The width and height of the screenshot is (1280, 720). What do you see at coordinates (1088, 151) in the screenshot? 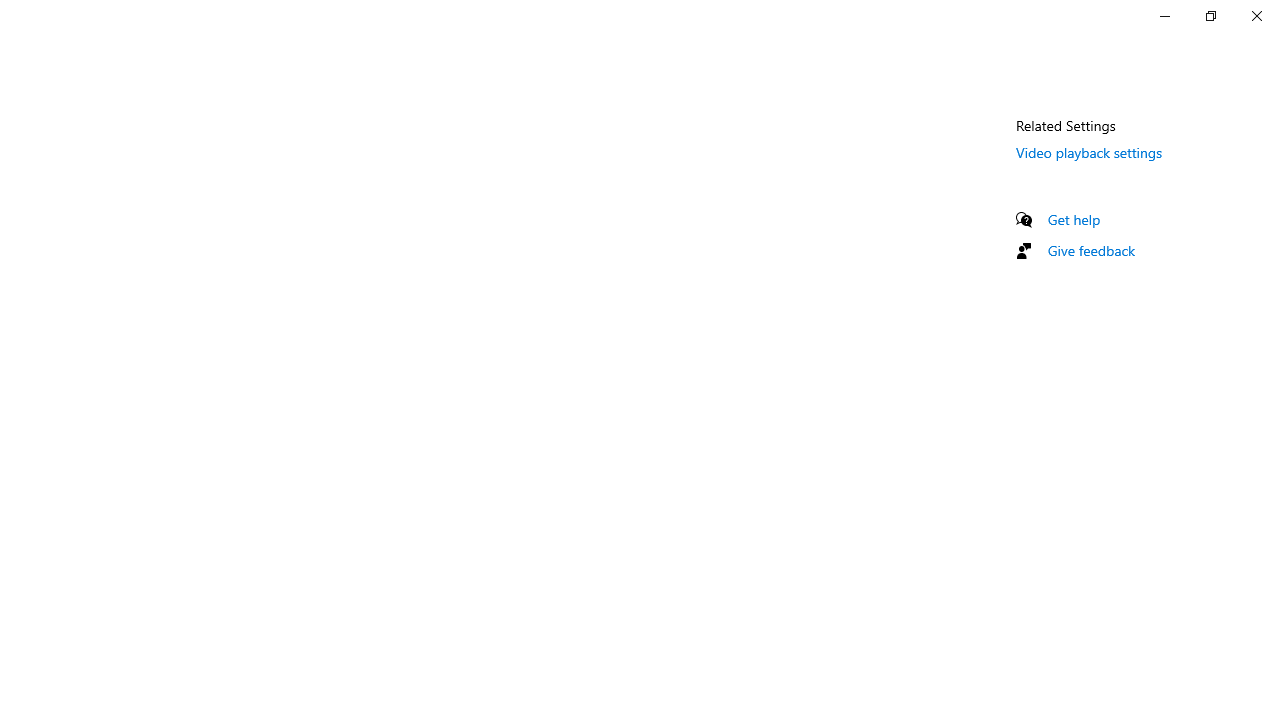
I see `'Video playback settings'` at bounding box center [1088, 151].